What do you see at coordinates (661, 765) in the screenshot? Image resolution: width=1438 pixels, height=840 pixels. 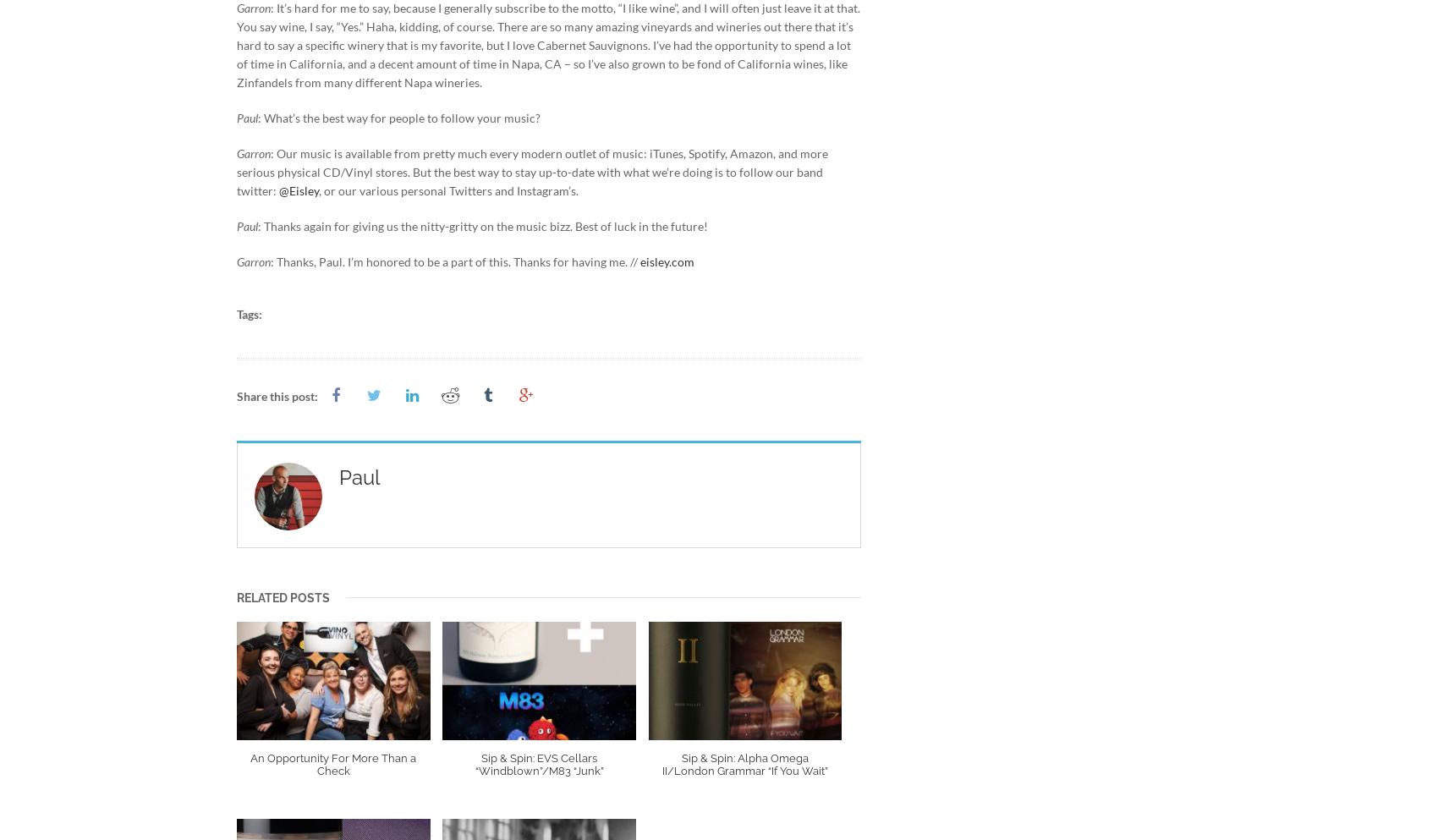 I see `'Sip & Spin: Alpha Omega II/London Grammar “If You Wait”'` at bounding box center [661, 765].